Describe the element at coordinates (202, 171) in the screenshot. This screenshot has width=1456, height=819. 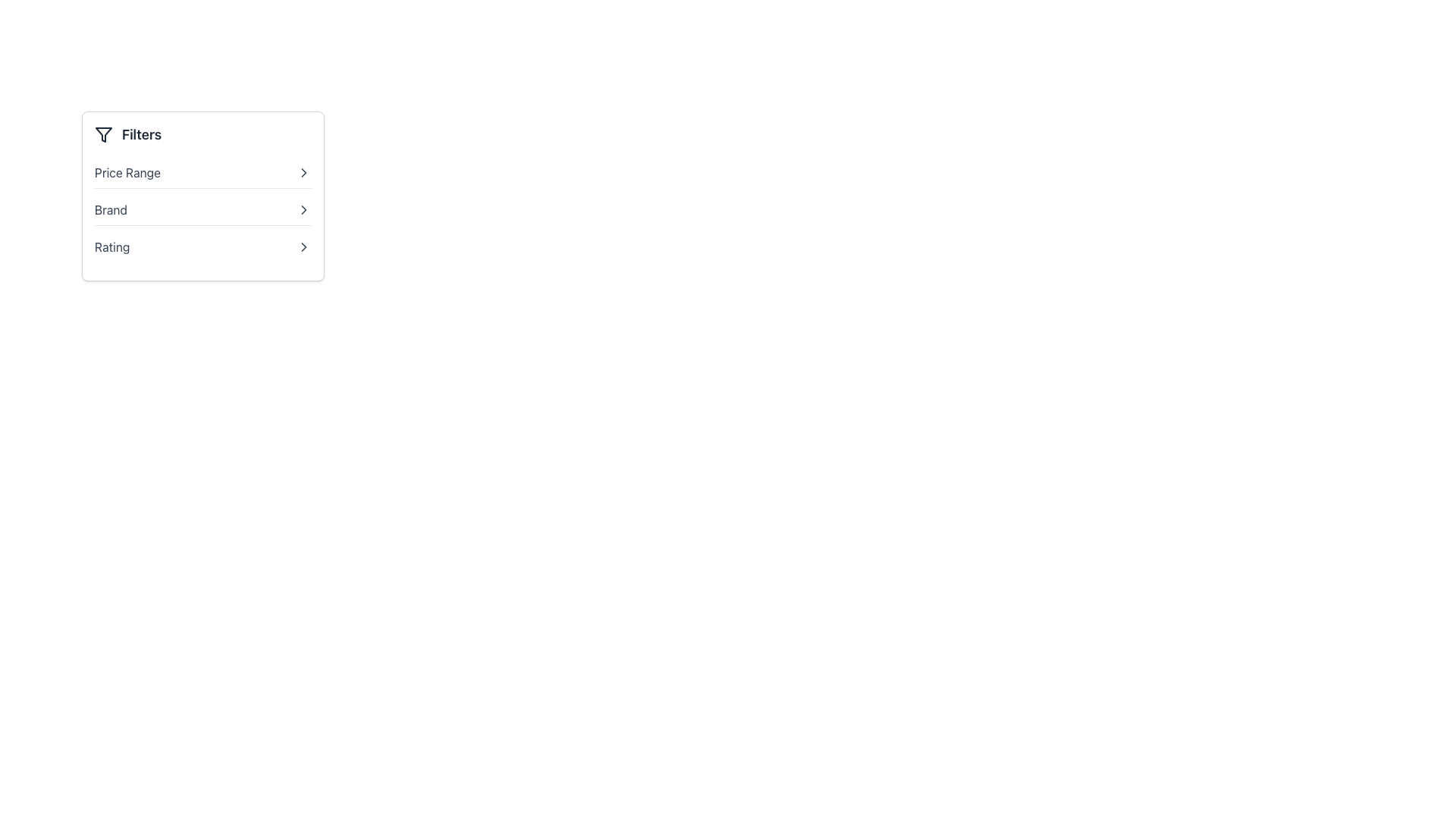
I see `the first menu item in the 'Filters' panel` at that location.